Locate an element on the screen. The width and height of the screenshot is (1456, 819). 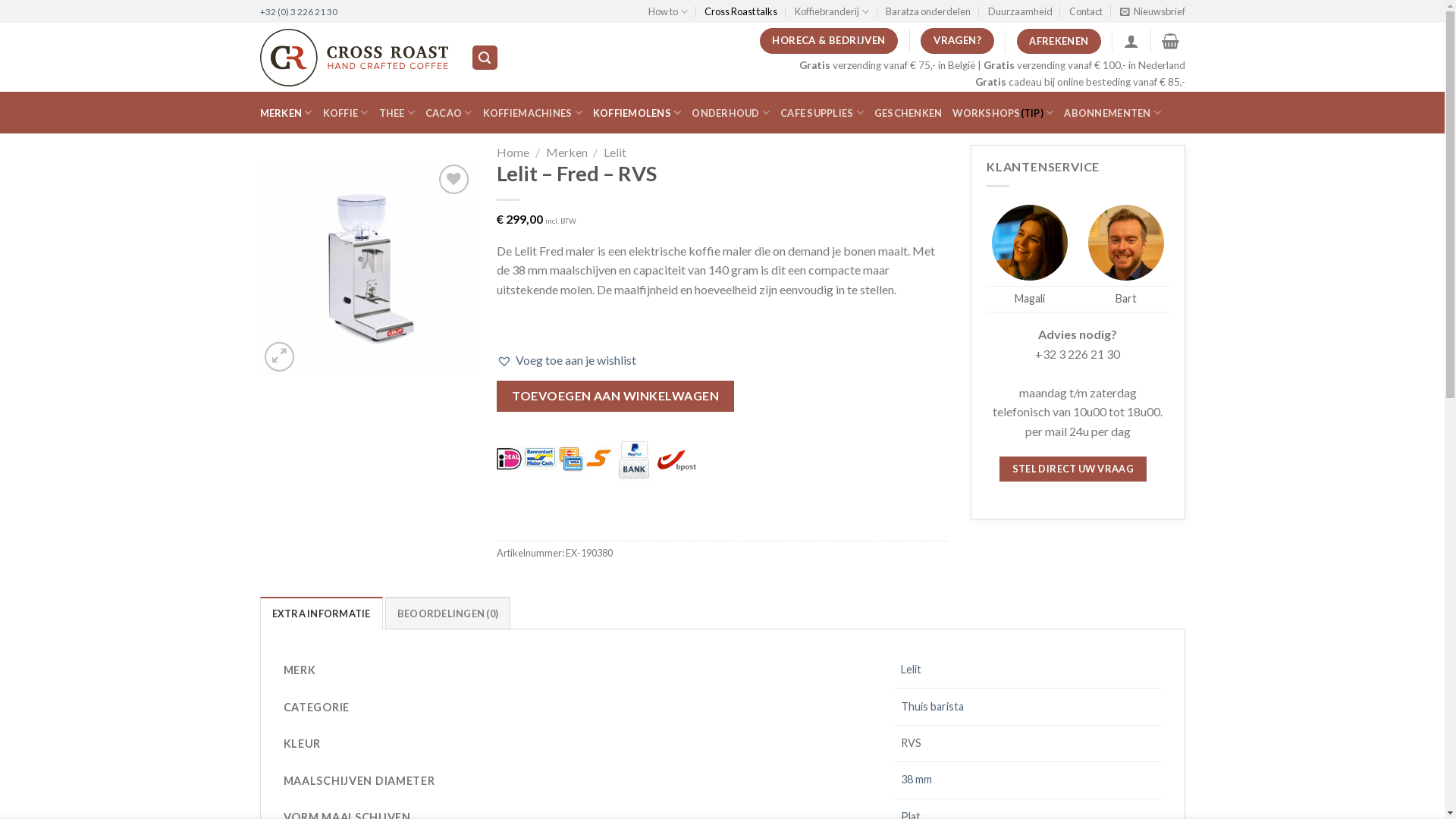
'ONDERHOUD' is located at coordinates (730, 112).